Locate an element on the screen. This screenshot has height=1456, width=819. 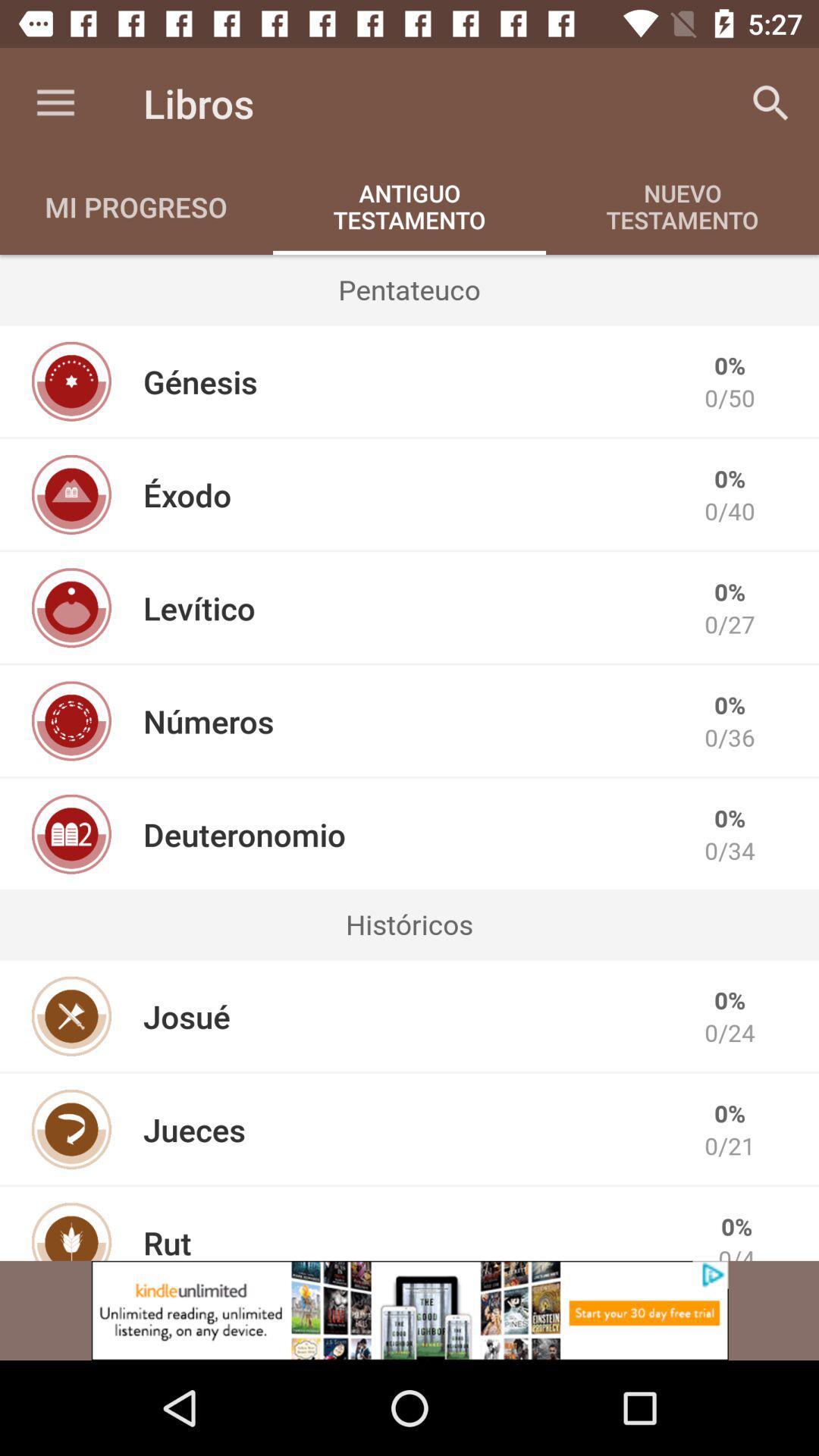
the jueces icon is located at coordinates (193, 1129).